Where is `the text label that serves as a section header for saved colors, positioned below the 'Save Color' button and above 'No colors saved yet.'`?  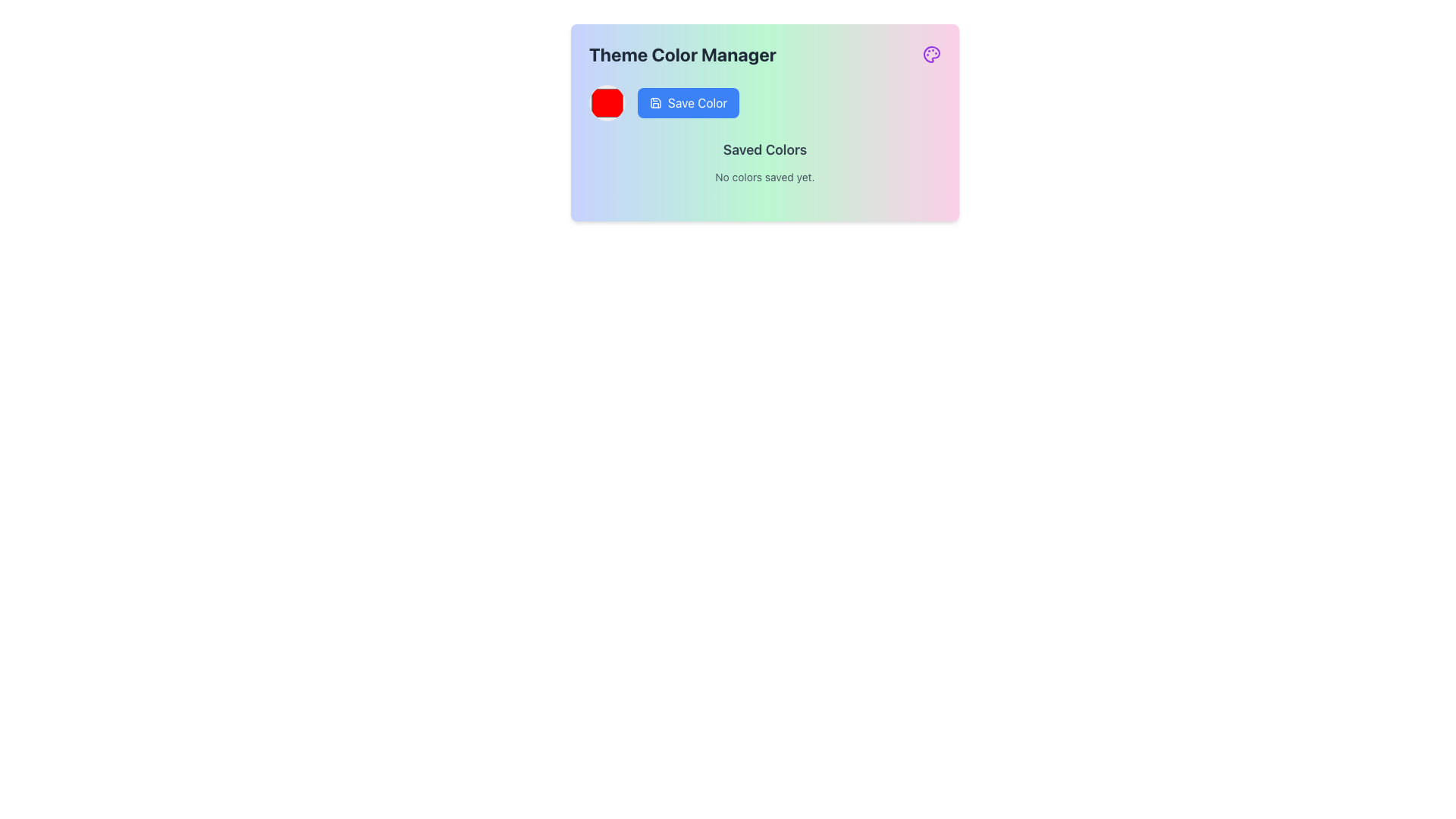
the text label that serves as a section header for saved colors, positioned below the 'Save Color' button and above 'No colors saved yet.' is located at coordinates (764, 149).